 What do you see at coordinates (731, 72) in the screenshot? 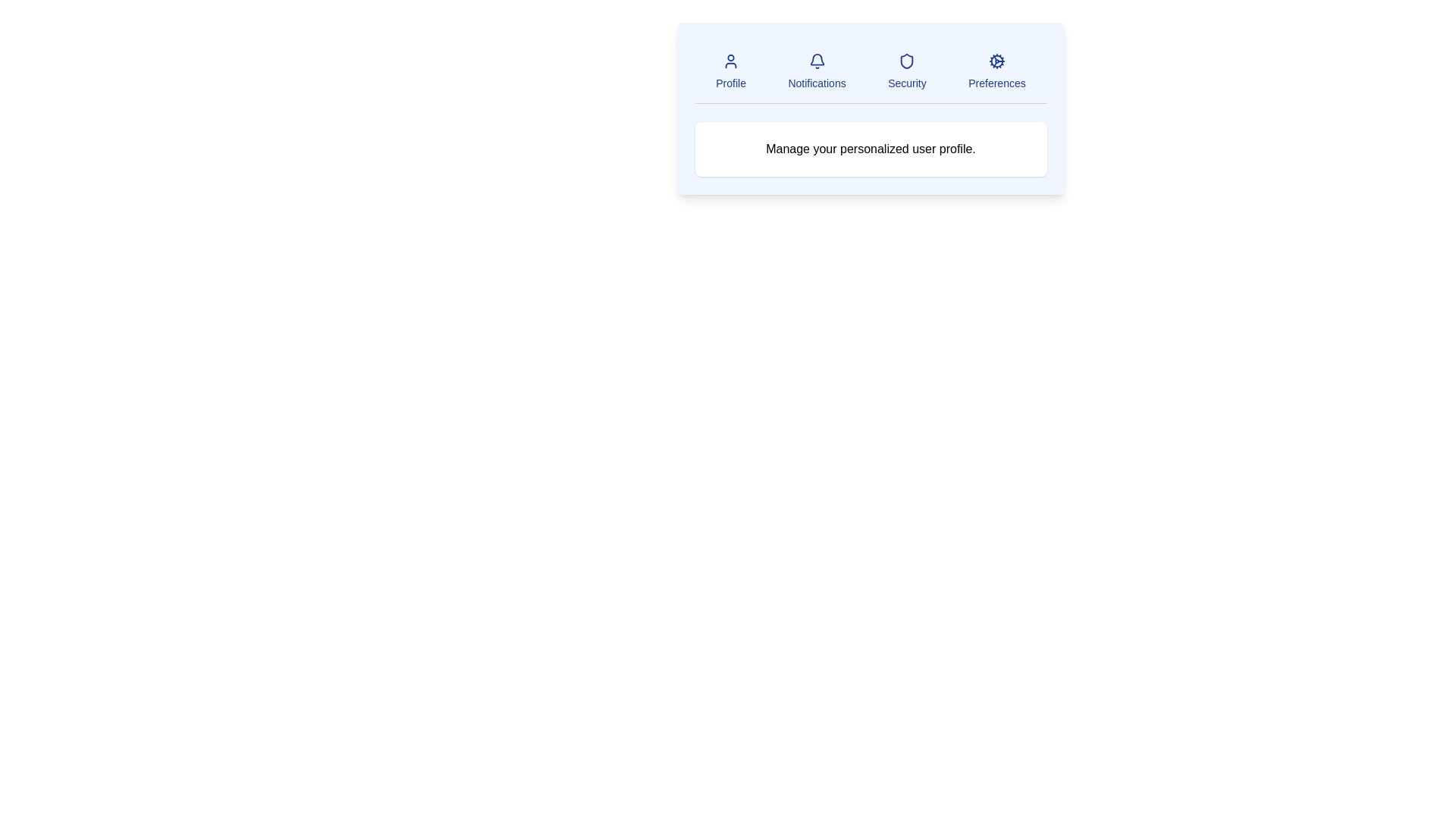
I see `the tab labeled Profile` at bounding box center [731, 72].